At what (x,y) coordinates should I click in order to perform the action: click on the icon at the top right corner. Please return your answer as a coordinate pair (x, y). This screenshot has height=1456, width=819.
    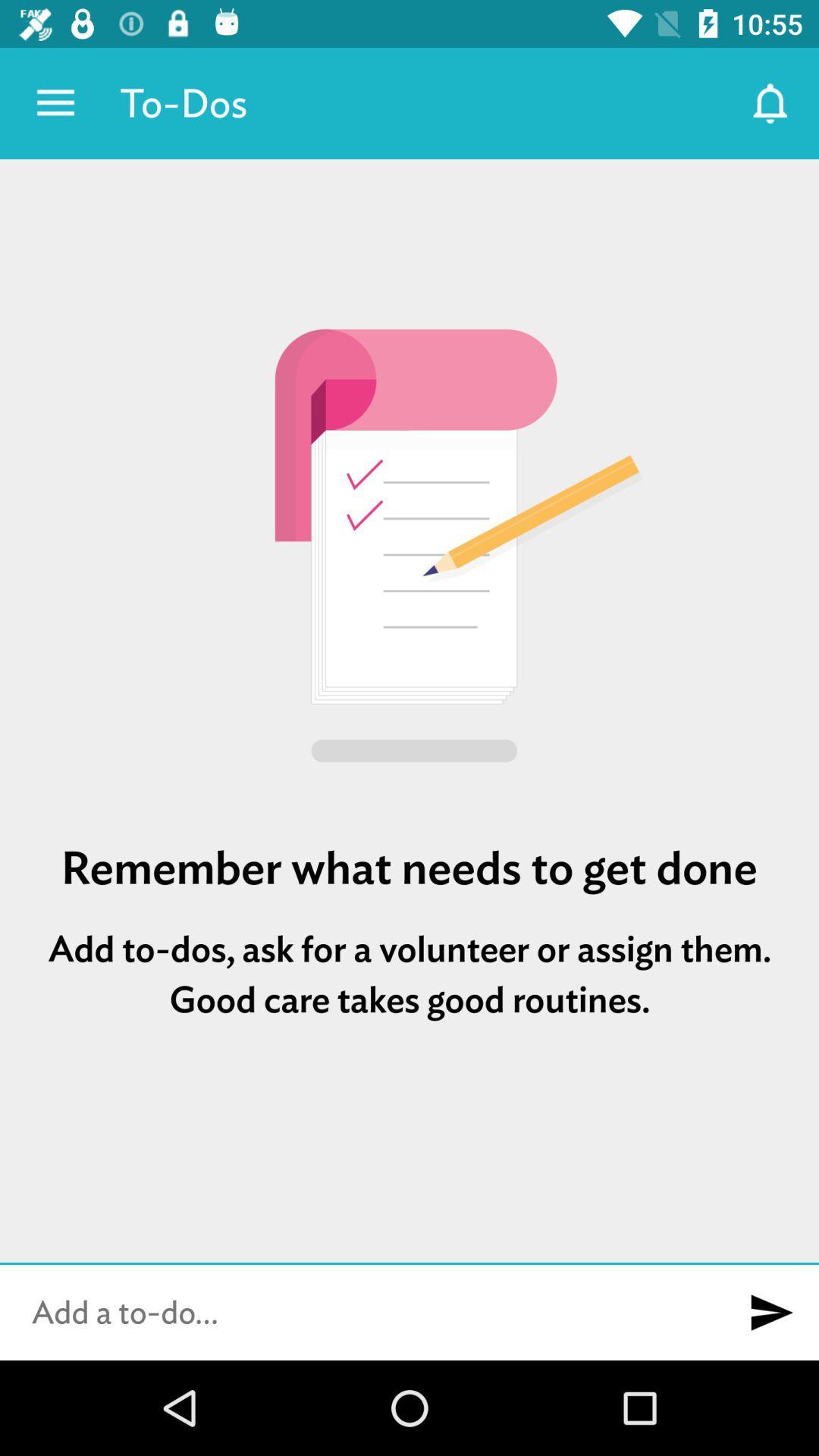
    Looking at the image, I should click on (771, 102).